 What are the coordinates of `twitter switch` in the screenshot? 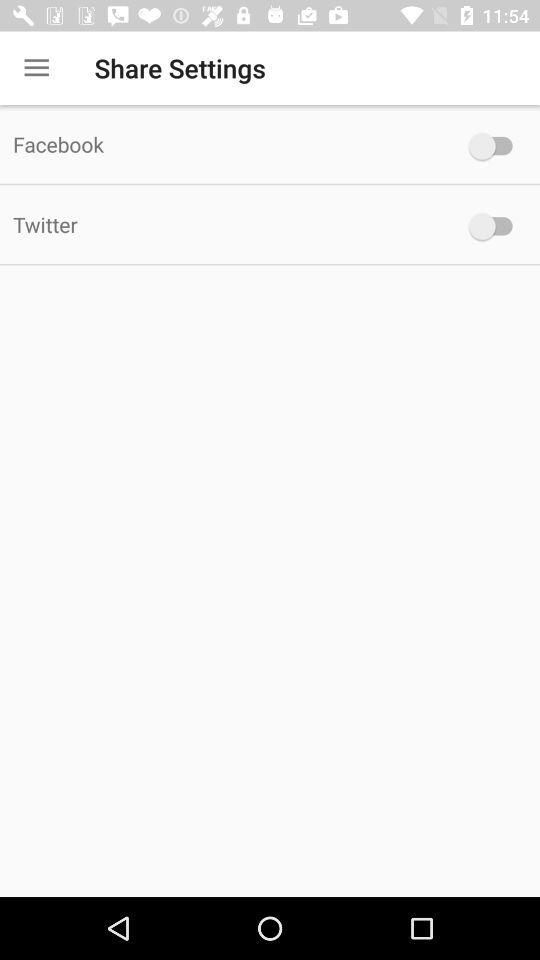 It's located at (494, 226).